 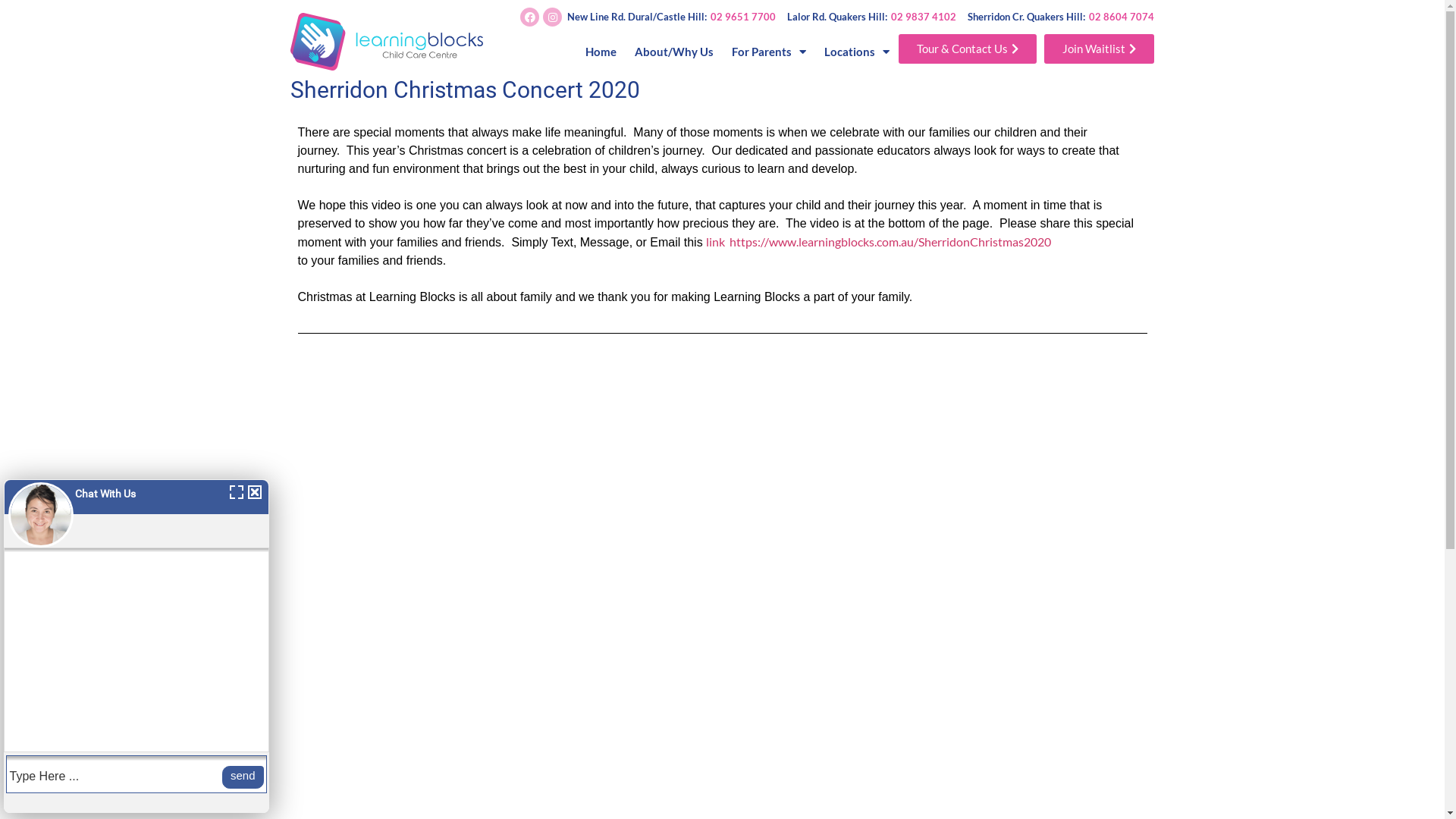 I want to click on 'For Parents', so click(x=722, y=51).